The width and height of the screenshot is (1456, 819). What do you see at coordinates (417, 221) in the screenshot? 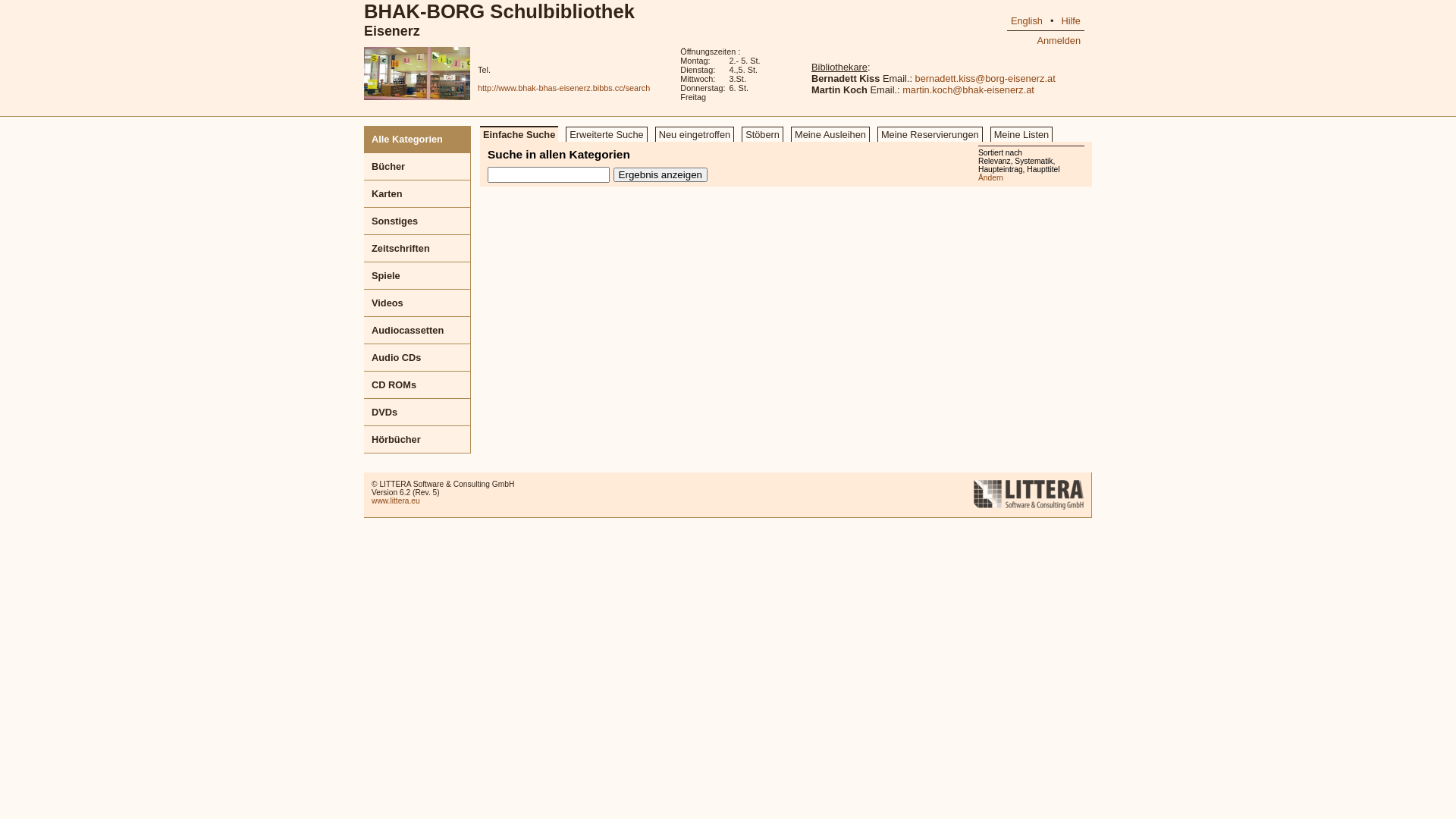
I see `'Sonstiges'` at bounding box center [417, 221].